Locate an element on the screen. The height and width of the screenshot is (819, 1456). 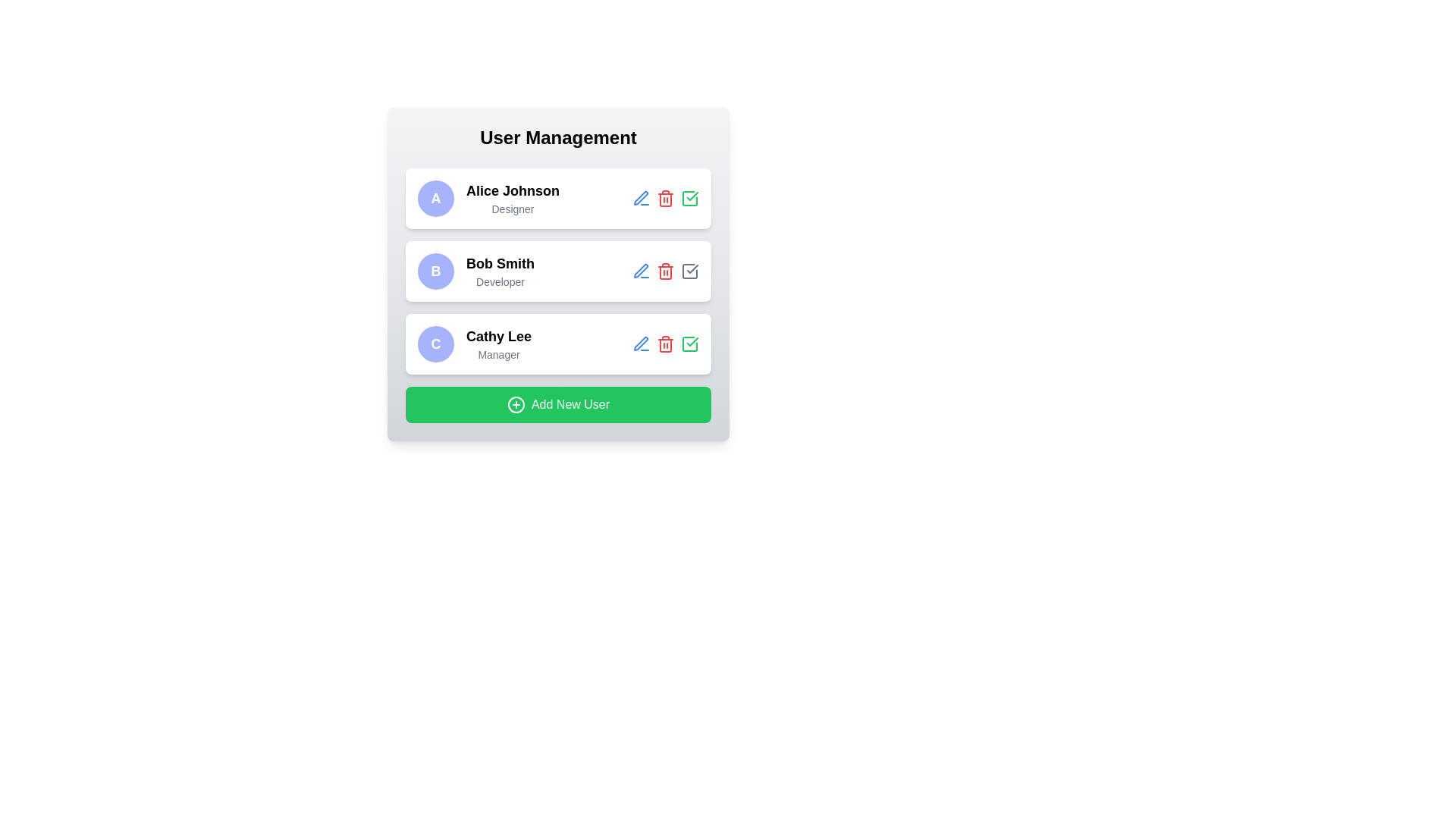
the checkmark icon located within the 'Cathy Lee, Manager' user item, which is positioned in the rightmost column of action icons is located at coordinates (692, 195).